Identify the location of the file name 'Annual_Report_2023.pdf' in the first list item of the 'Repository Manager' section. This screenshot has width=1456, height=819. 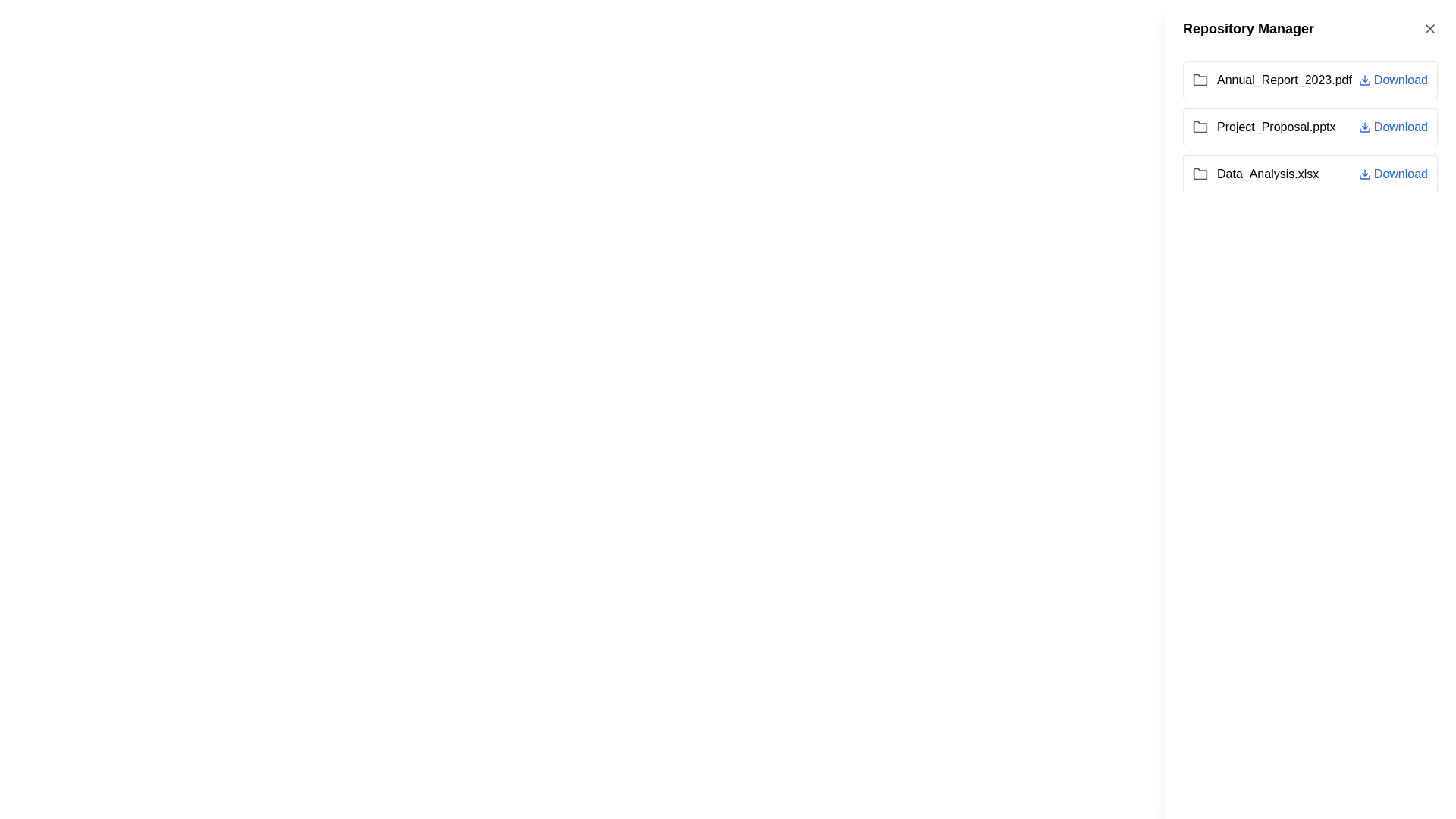
(1310, 80).